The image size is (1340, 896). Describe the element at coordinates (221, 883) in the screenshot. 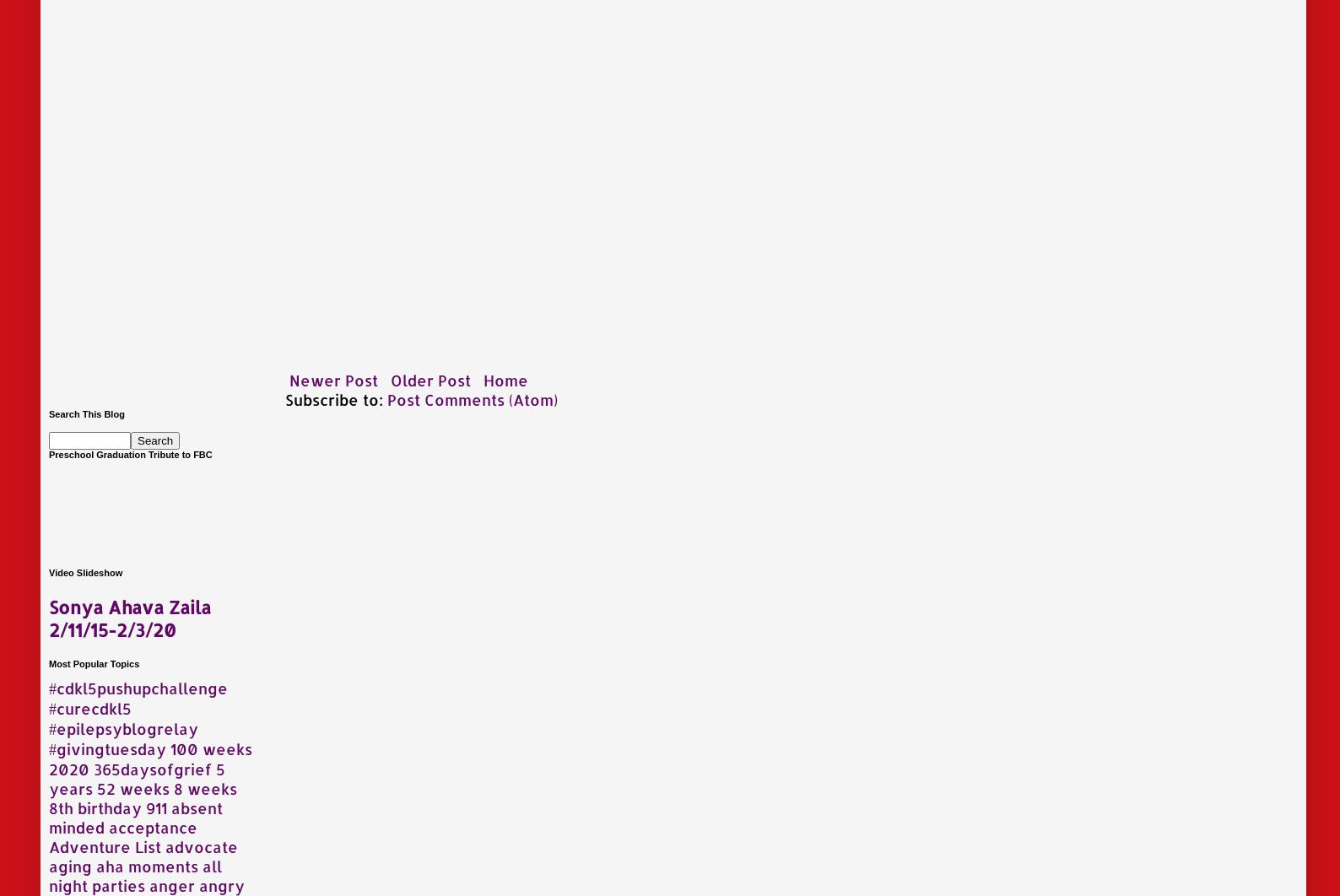

I see `'angry'` at that location.